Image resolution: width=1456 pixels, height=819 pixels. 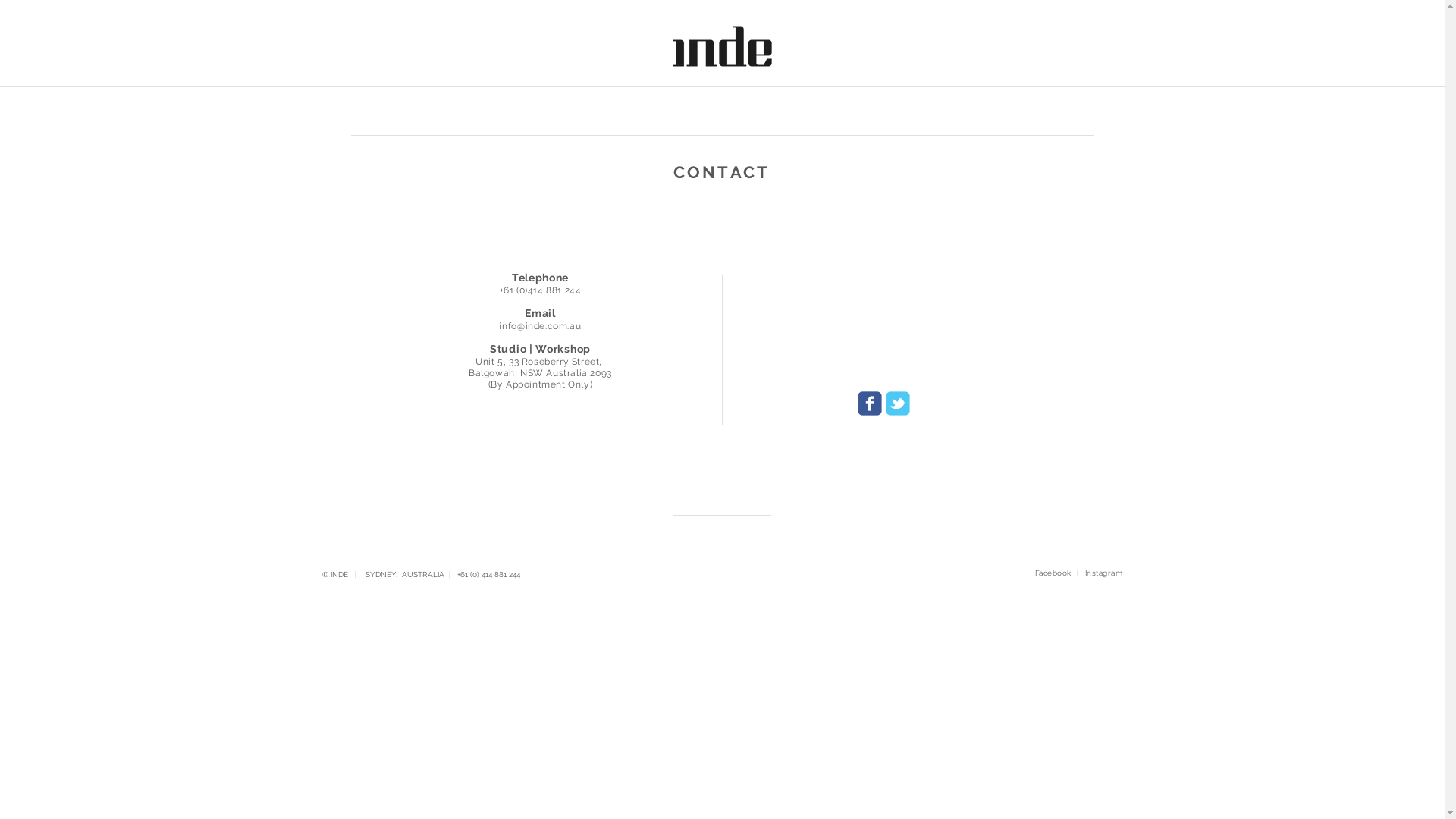 I want to click on 'Facebook  |', so click(x=1055, y=573).